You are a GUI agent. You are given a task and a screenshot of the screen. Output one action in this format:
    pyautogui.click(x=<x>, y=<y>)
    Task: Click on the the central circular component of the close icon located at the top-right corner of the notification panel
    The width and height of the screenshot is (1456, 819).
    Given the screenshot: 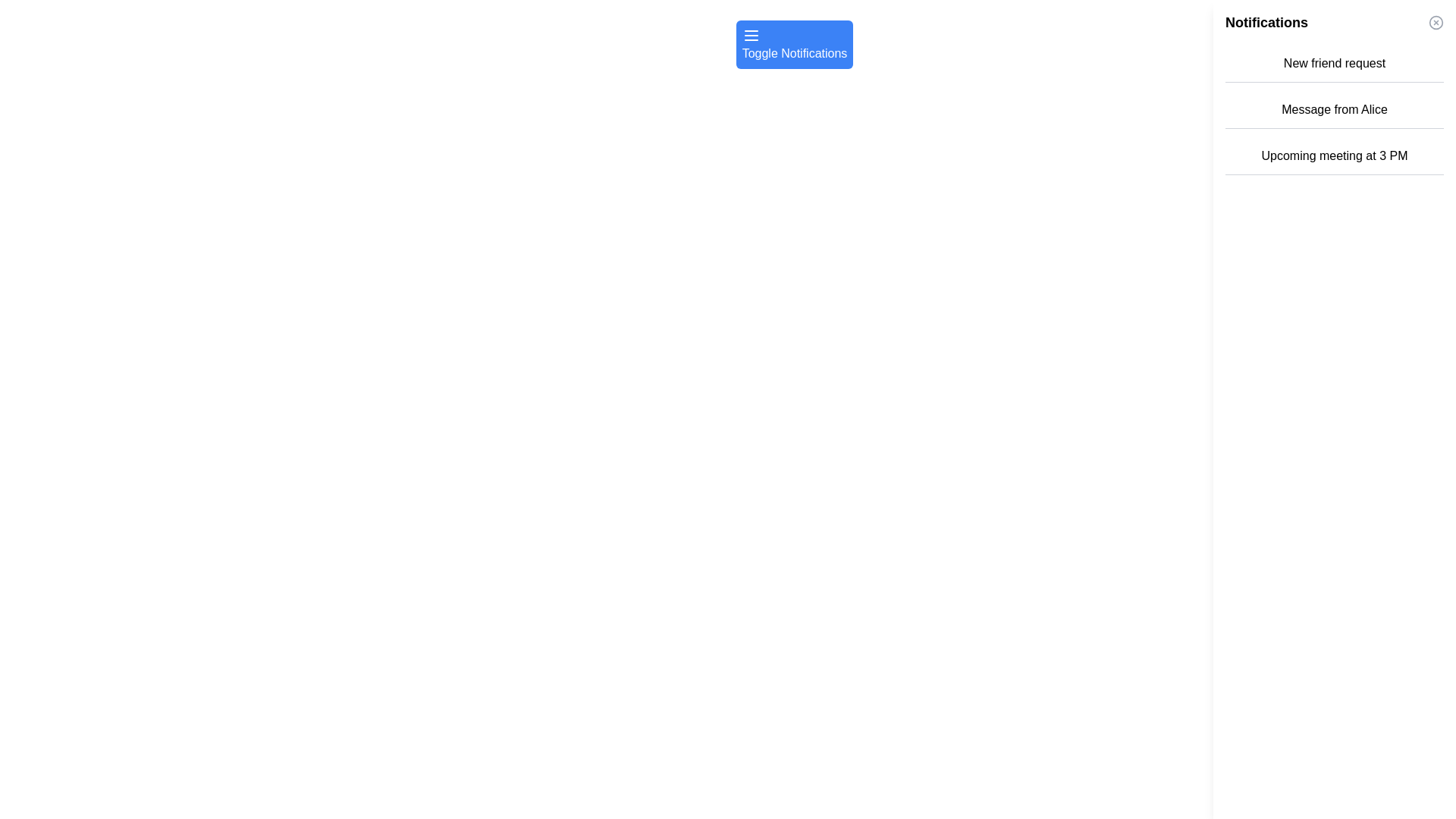 What is the action you would take?
    pyautogui.click(x=1436, y=23)
    